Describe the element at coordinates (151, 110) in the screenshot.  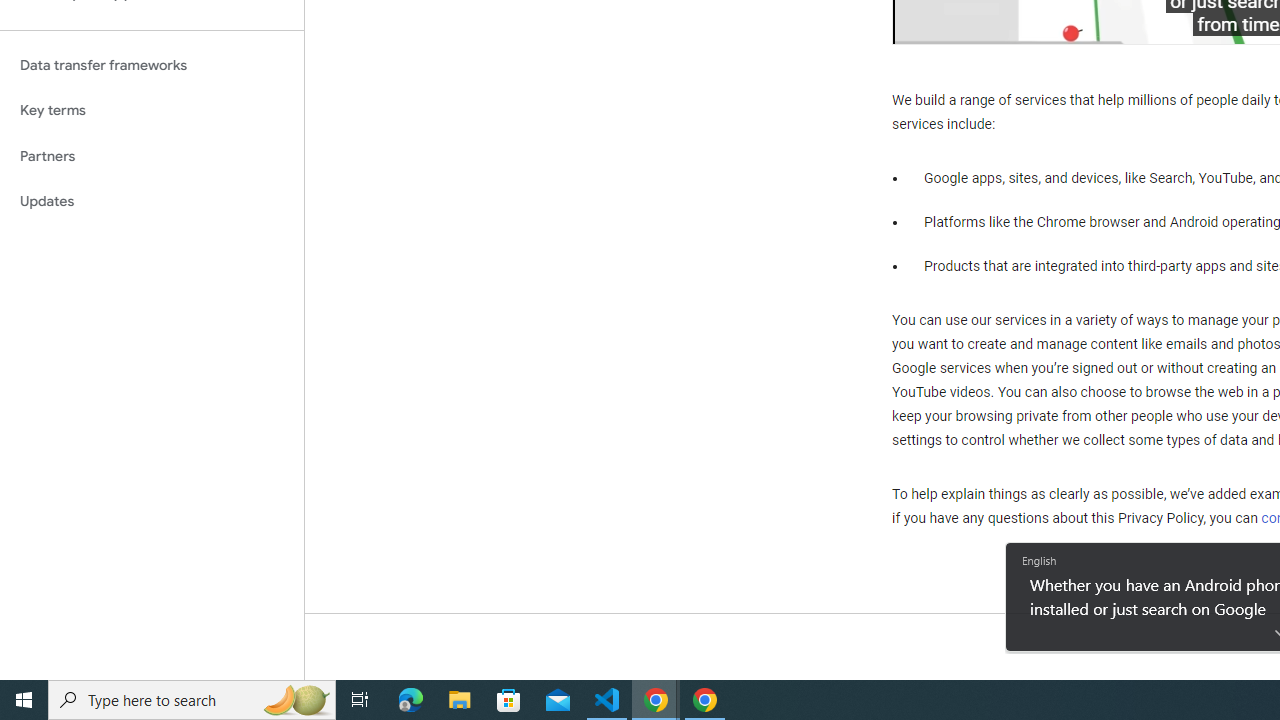
I see `'Key terms'` at that location.